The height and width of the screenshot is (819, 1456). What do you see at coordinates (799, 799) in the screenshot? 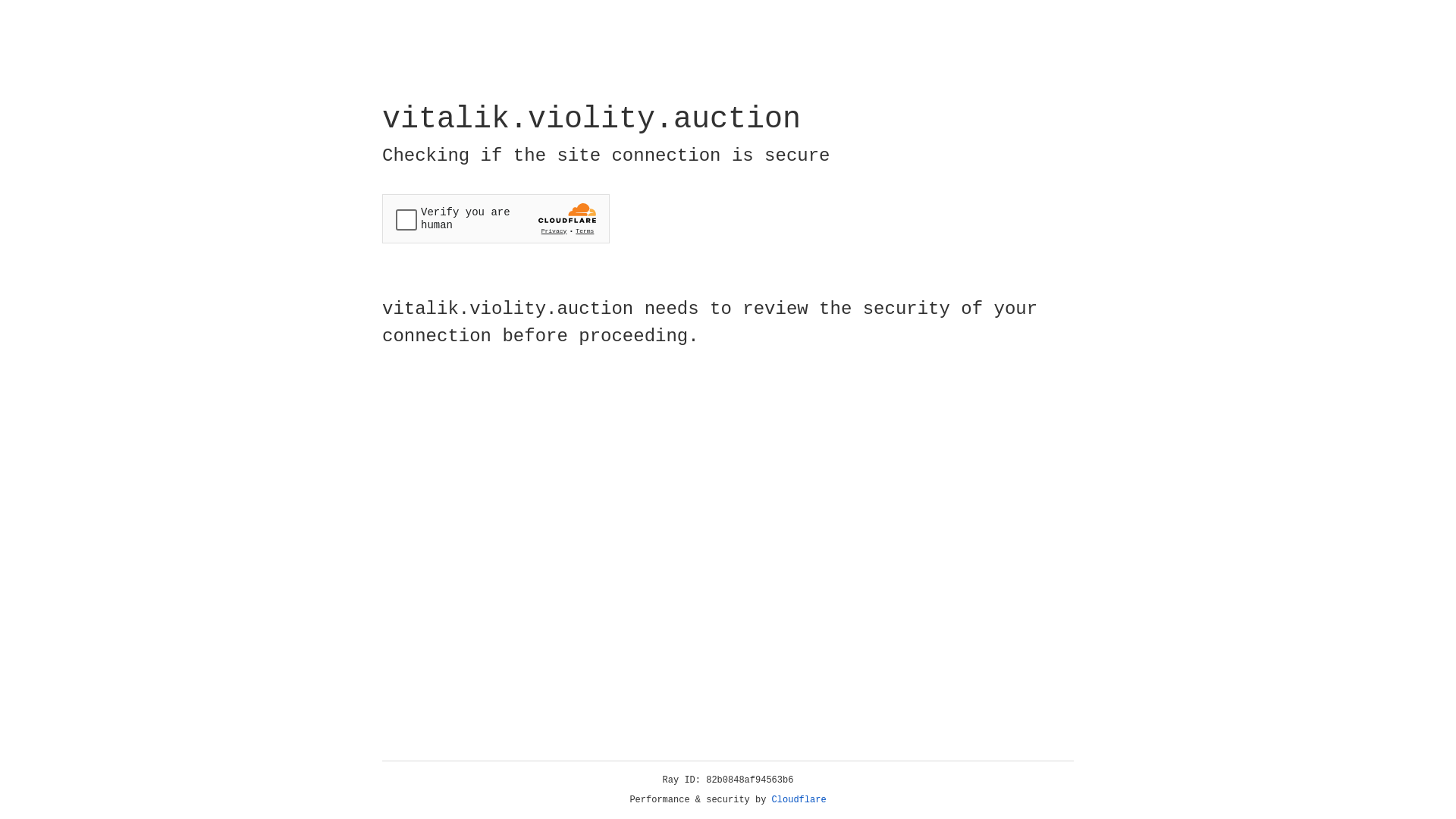
I see `'Cloudflare'` at bounding box center [799, 799].